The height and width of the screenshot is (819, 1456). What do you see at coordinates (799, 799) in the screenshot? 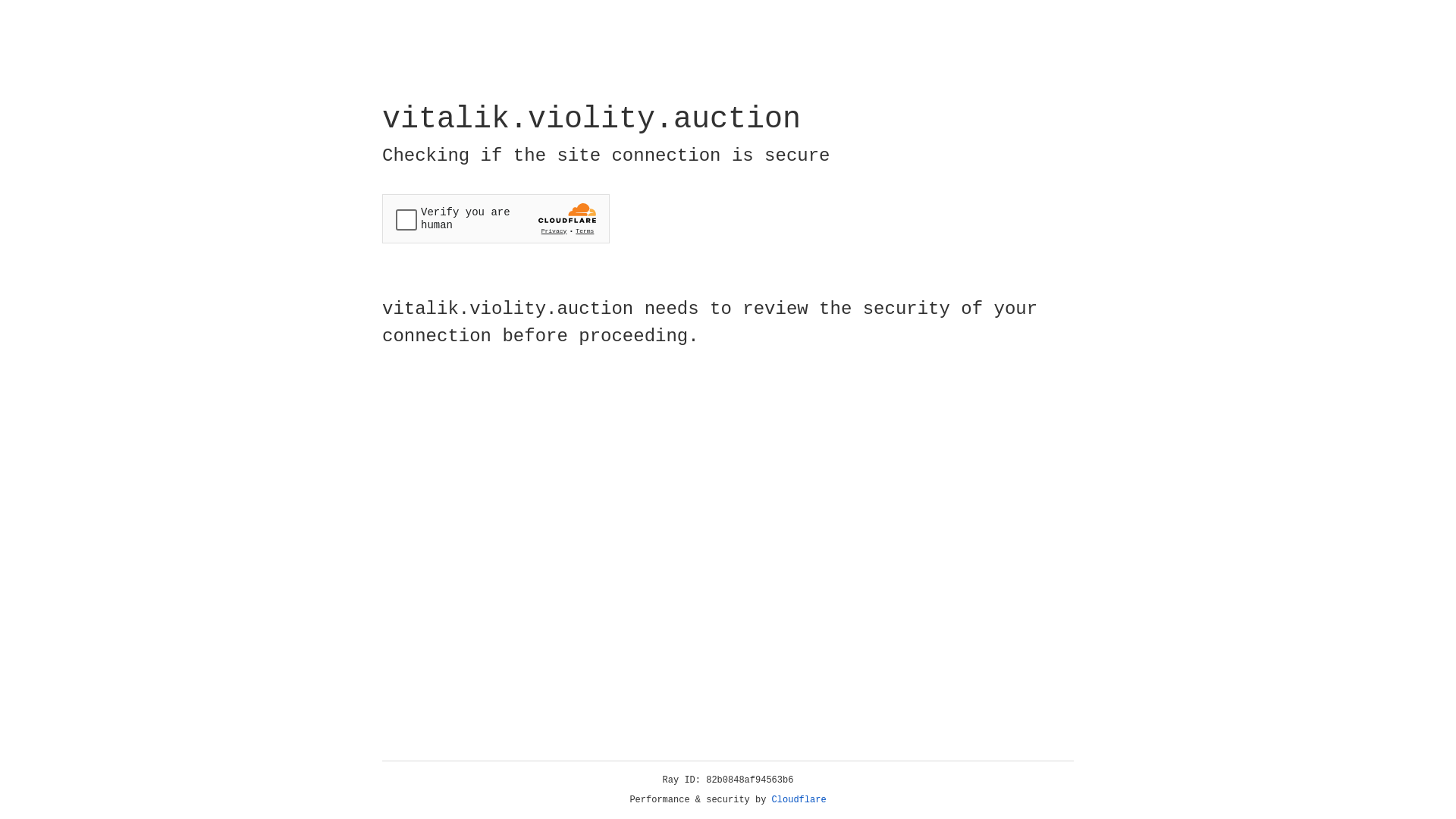
I see `'Cloudflare'` at bounding box center [799, 799].